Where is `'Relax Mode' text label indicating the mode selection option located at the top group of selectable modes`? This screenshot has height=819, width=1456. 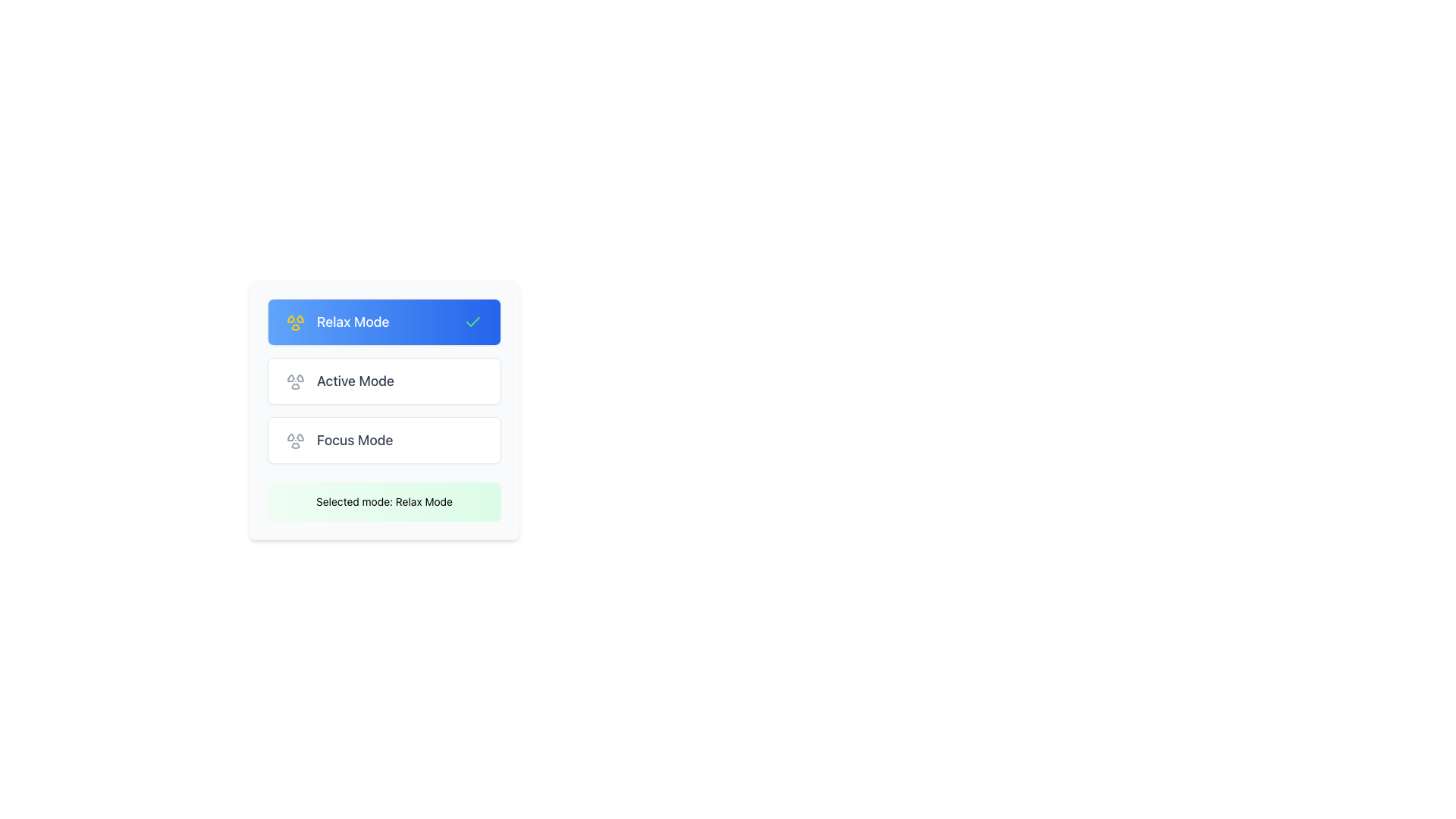
'Relax Mode' text label indicating the mode selection option located at the top group of selectable modes is located at coordinates (352, 321).